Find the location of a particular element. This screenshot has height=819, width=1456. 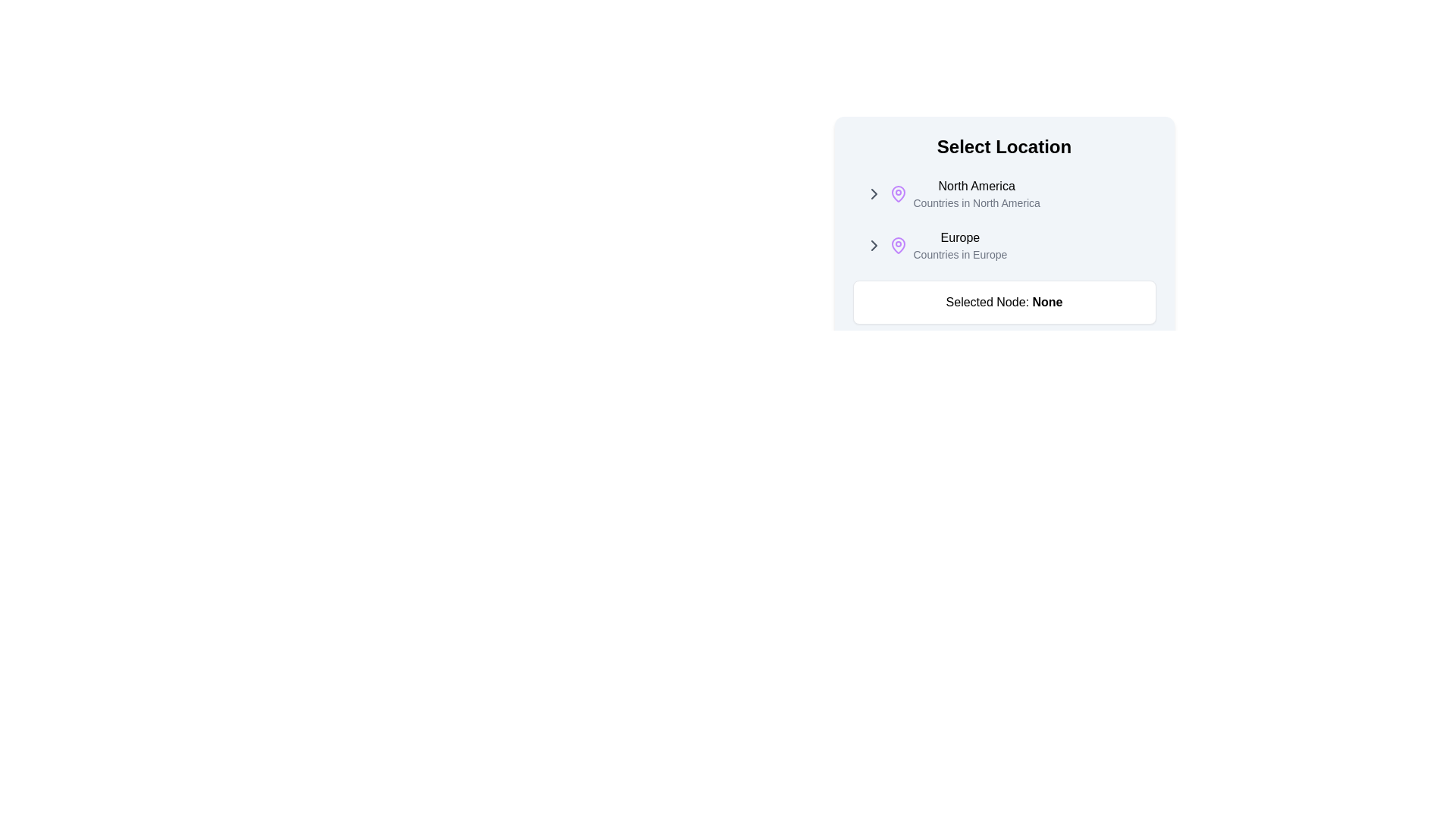

the icon to the left of the 'North America' text is located at coordinates (874, 193).